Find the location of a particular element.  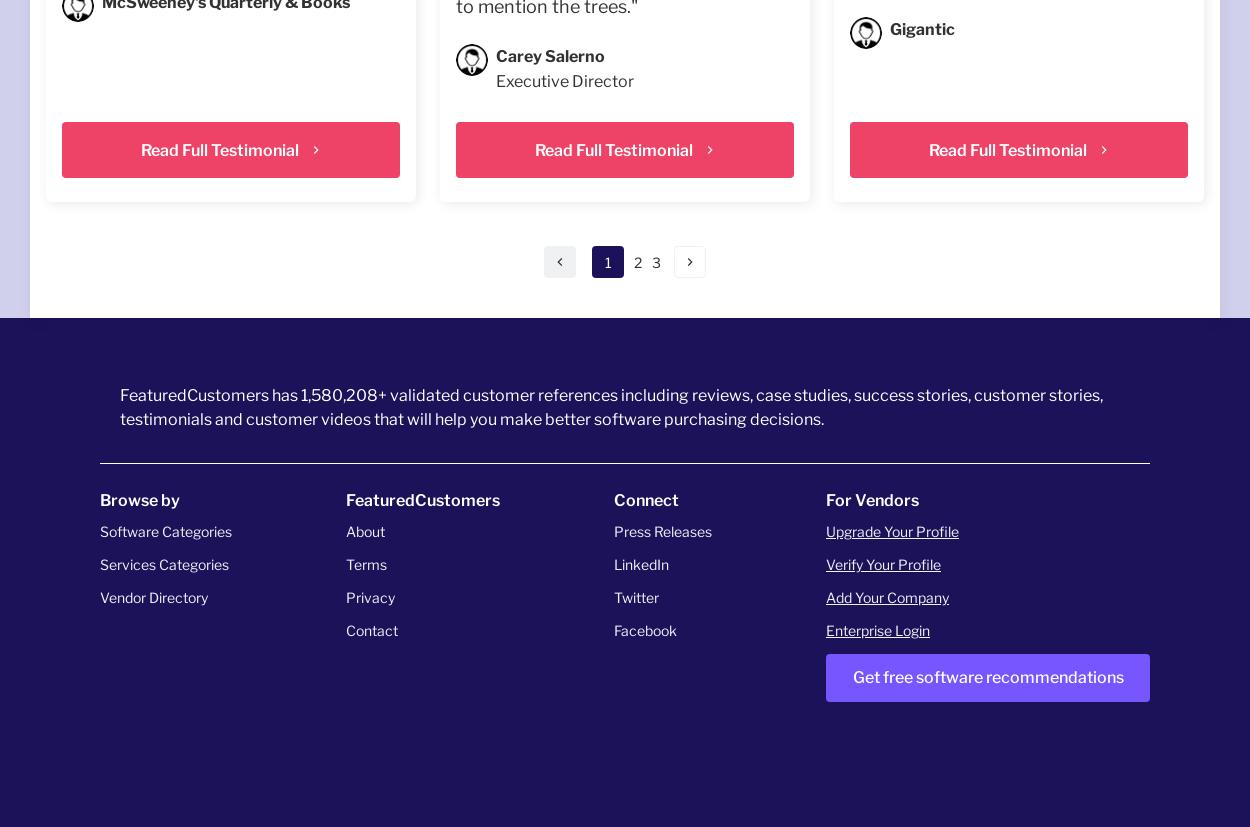

'Facebook' is located at coordinates (645, 629).